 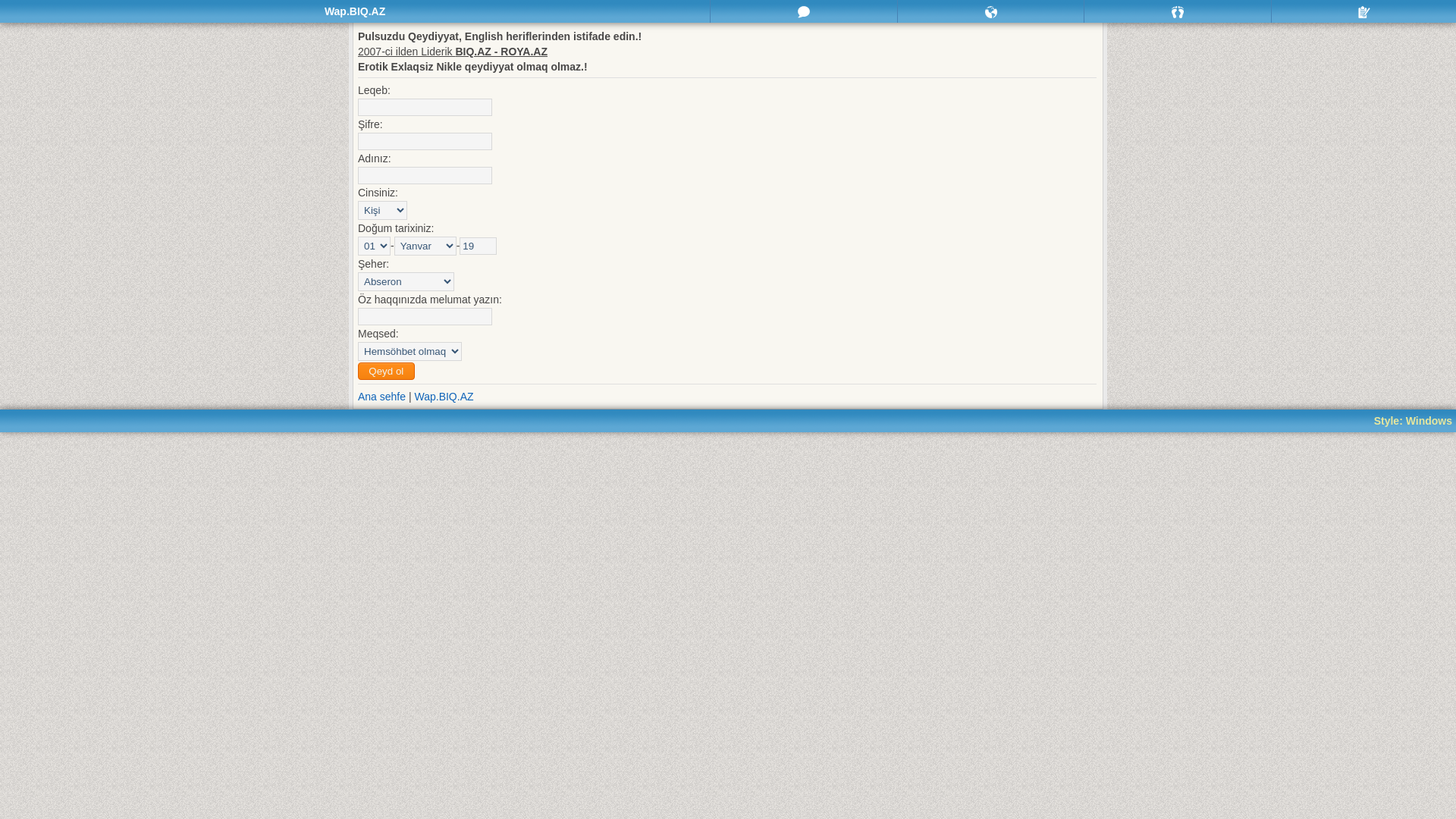 What do you see at coordinates (356, 396) in the screenshot?
I see `'Ana sehfe'` at bounding box center [356, 396].